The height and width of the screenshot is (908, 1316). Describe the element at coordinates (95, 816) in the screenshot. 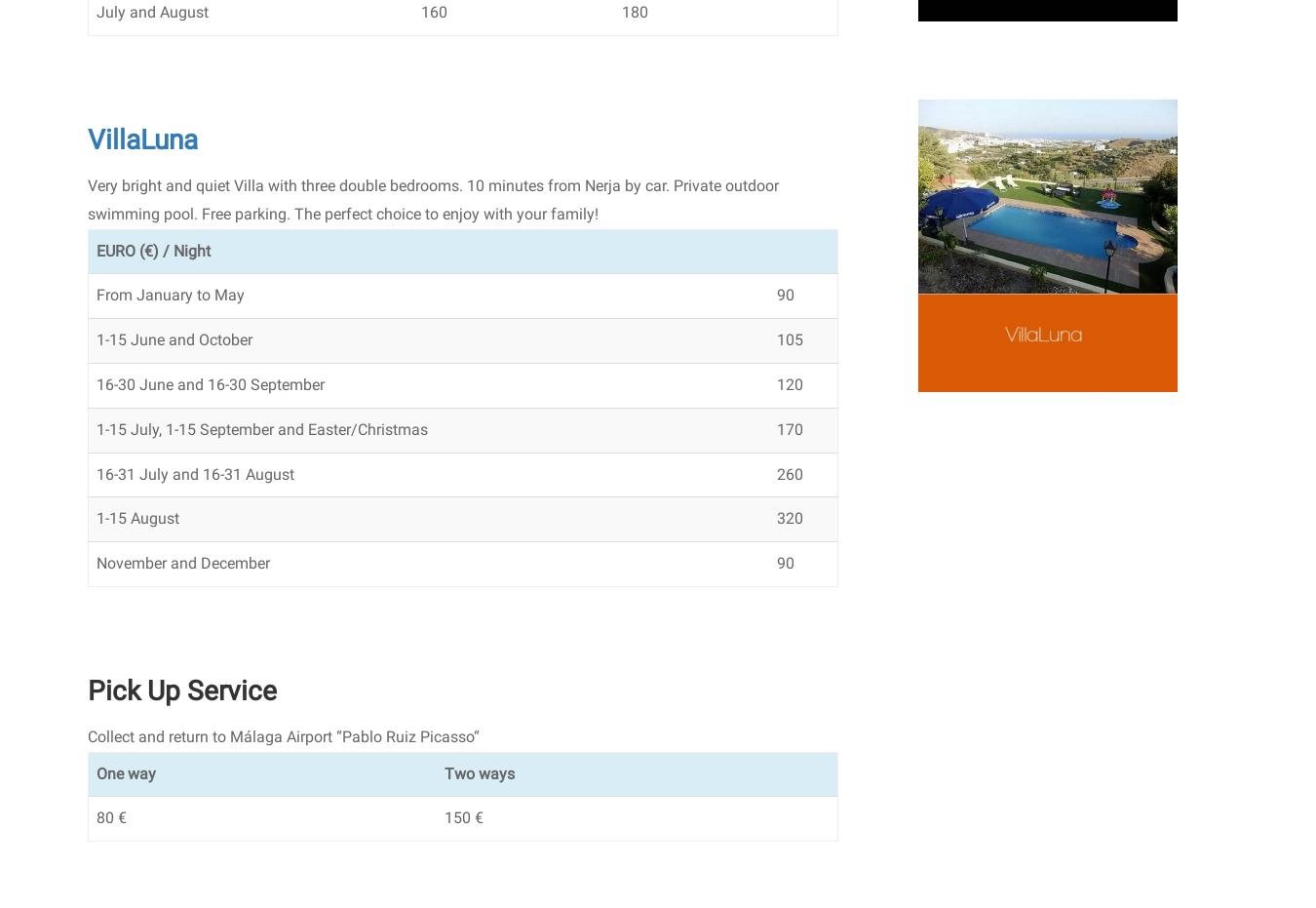

I see `'80 €'` at that location.